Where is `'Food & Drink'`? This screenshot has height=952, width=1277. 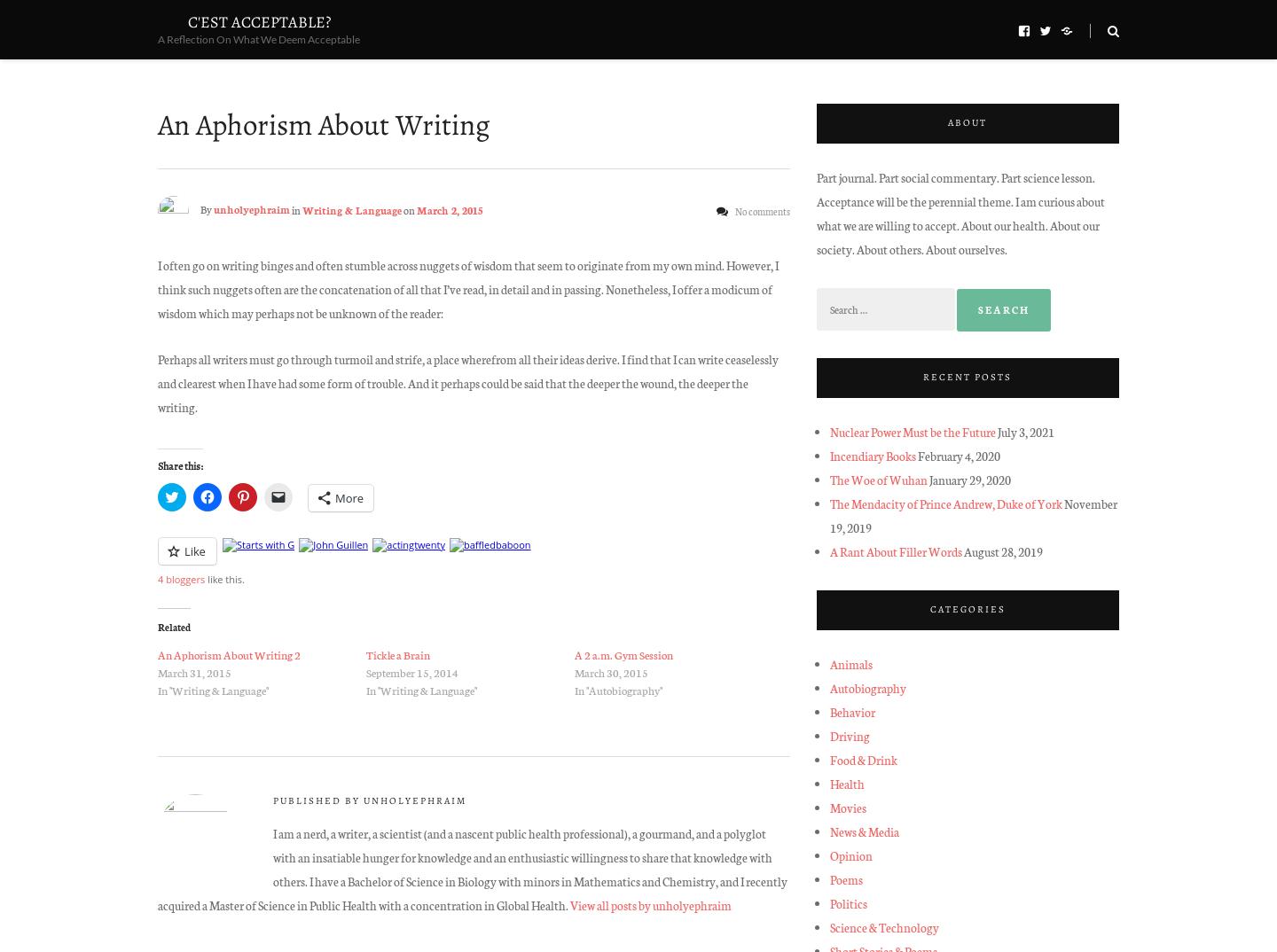 'Food & Drink' is located at coordinates (862, 759).